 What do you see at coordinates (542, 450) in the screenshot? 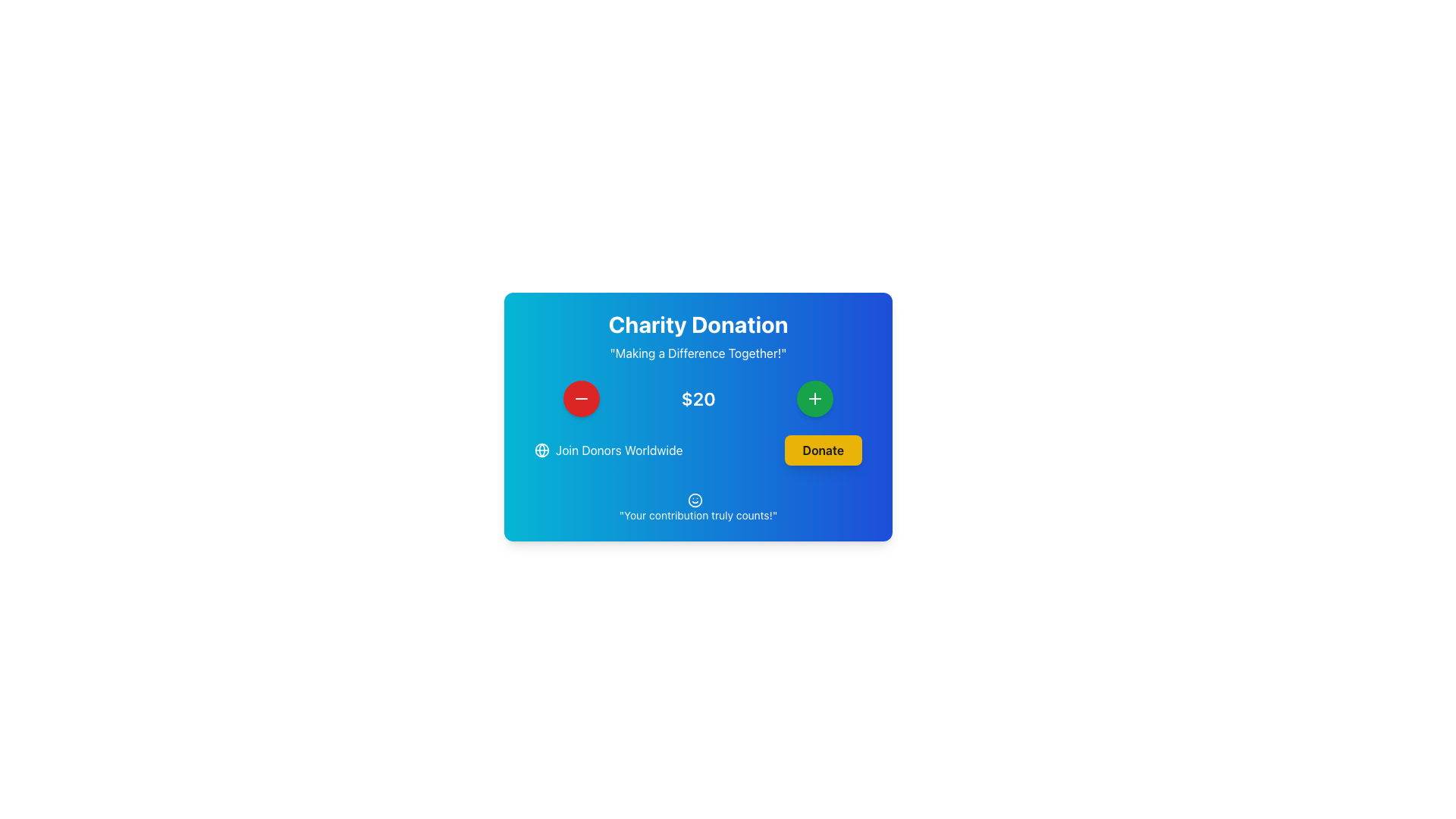
I see `the globe icon that represents worldwide reach, associated with the text 'Join Donors Worldwide', located in the lower left section of the card` at bounding box center [542, 450].